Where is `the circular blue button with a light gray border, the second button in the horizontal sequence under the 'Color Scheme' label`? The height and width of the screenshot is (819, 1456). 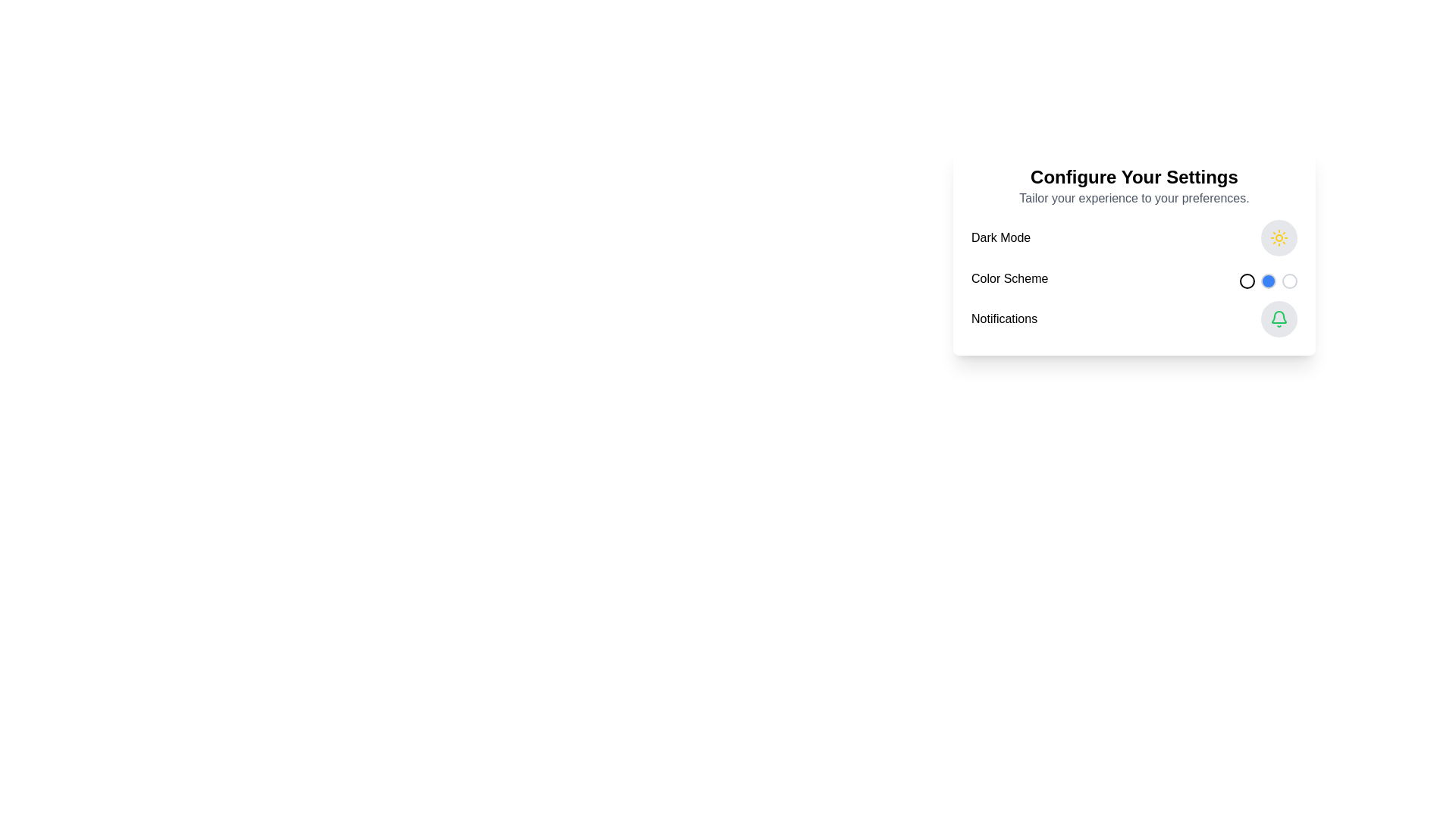
the circular blue button with a light gray border, the second button in the horizontal sequence under the 'Color Scheme' label is located at coordinates (1269, 281).